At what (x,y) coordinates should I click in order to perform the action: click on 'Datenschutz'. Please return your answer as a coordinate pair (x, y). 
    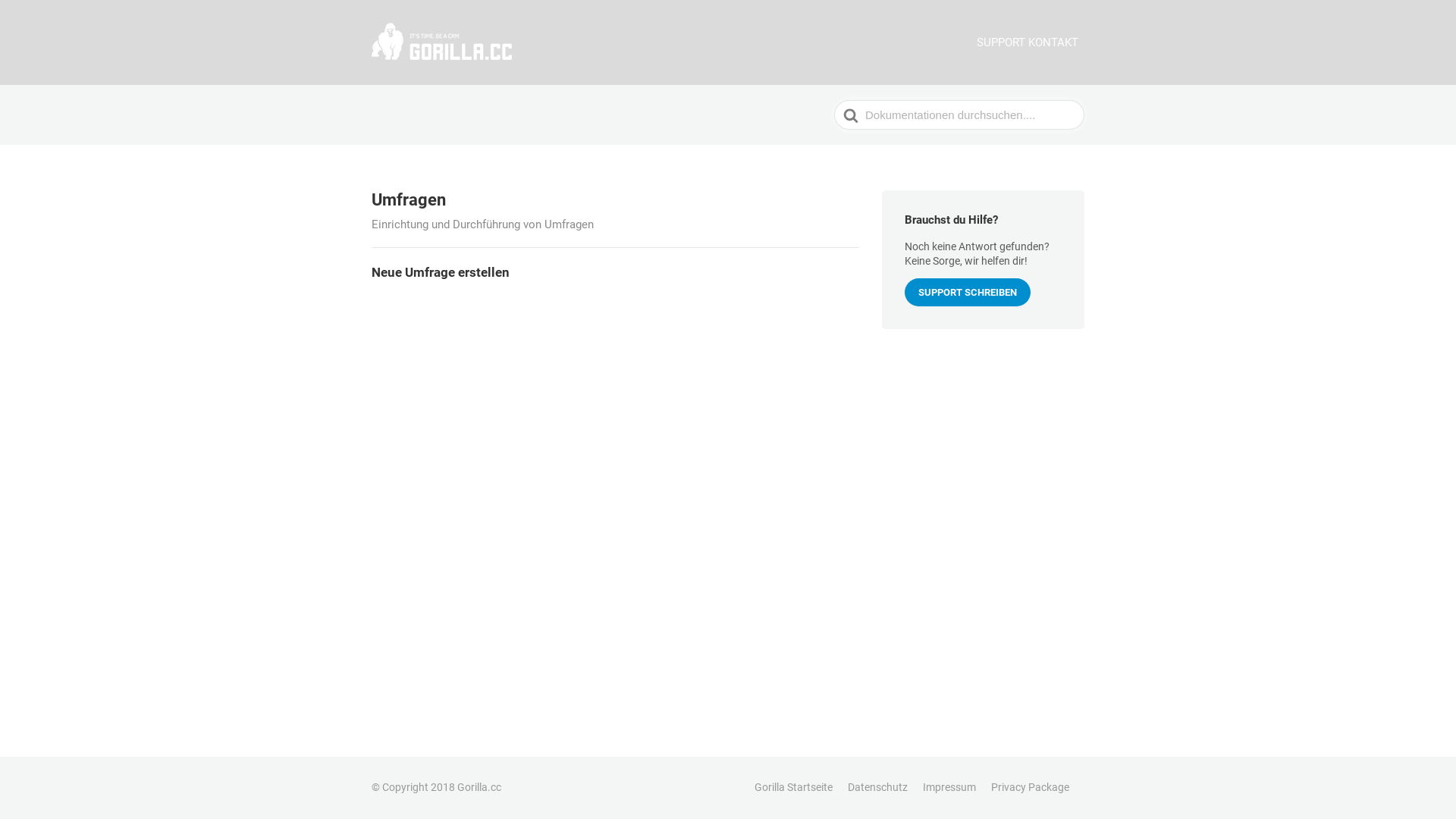
    Looking at the image, I should click on (877, 786).